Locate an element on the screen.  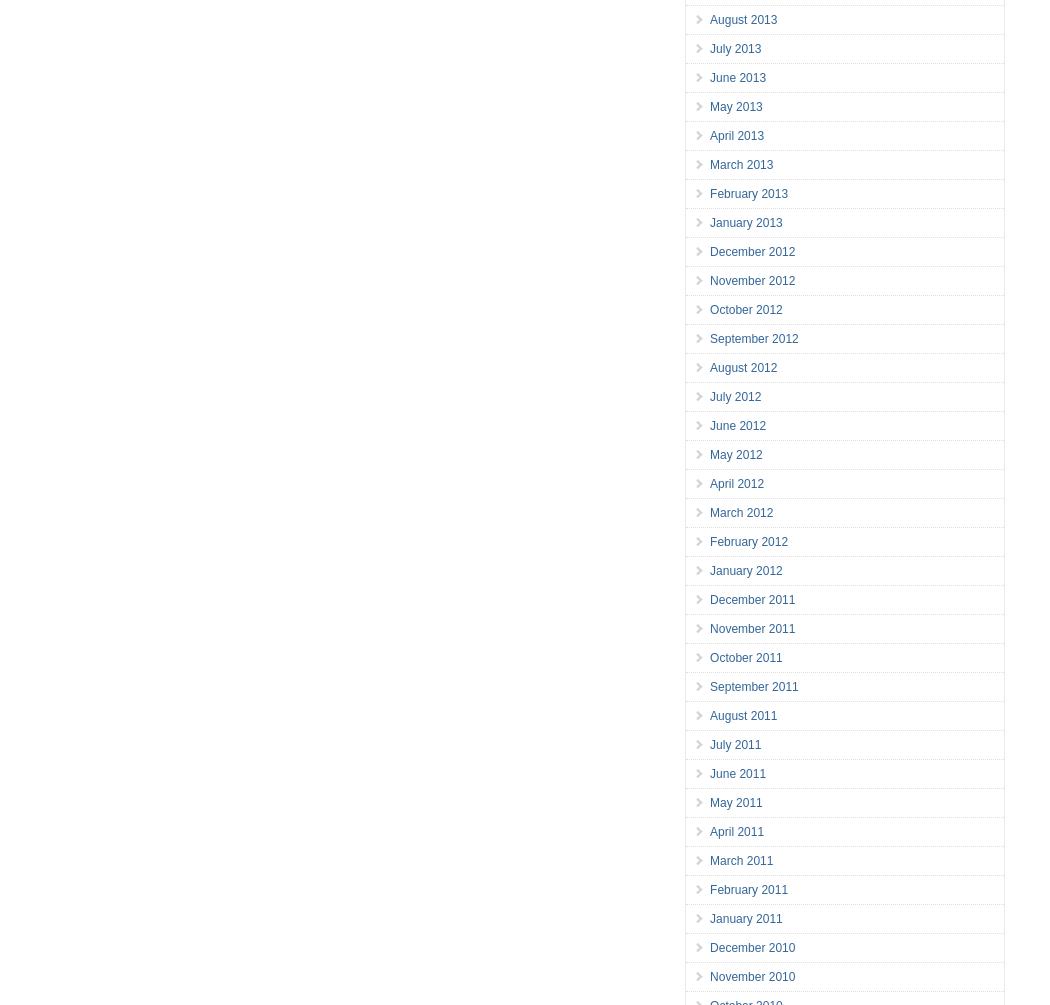
'December 2011' is located at coordinates (752, 598).